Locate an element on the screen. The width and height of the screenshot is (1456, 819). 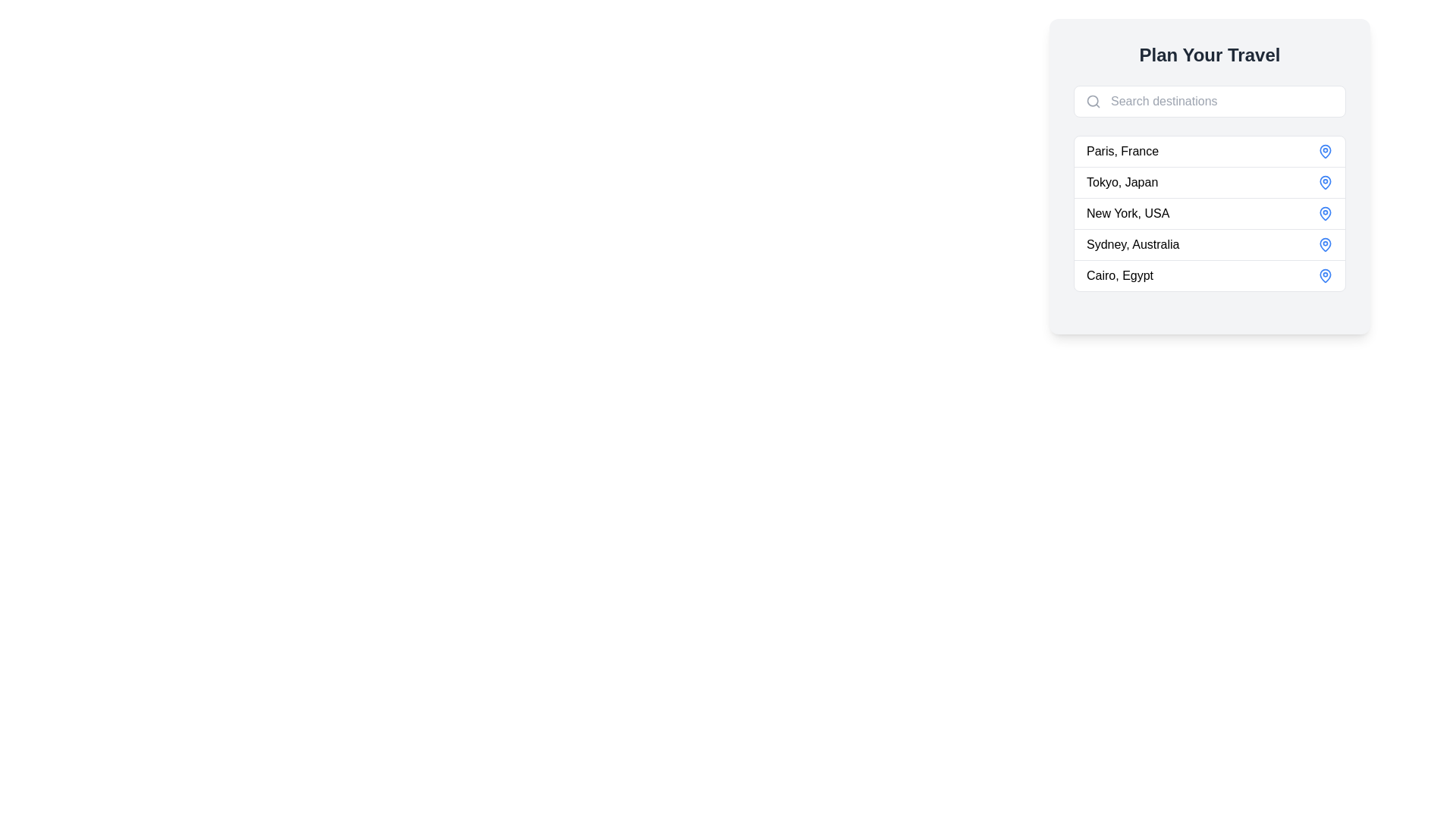
the Text Label displaying 'Tokyo, Japan', which is the second item in a list of destinations is located at coordinates (1122, 181).